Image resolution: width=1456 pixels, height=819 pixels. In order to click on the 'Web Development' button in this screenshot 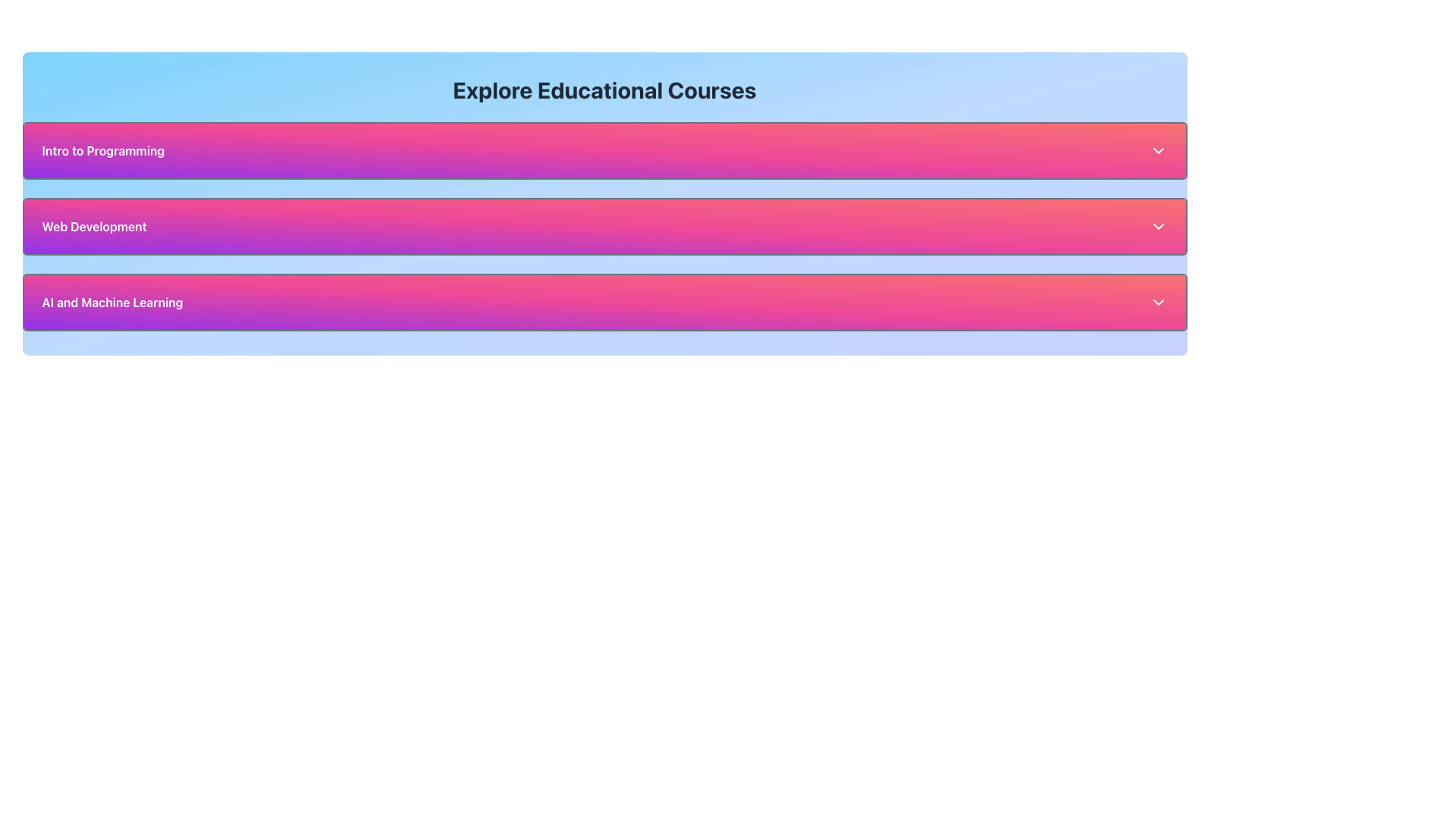, I will do `click(604, 227)`.